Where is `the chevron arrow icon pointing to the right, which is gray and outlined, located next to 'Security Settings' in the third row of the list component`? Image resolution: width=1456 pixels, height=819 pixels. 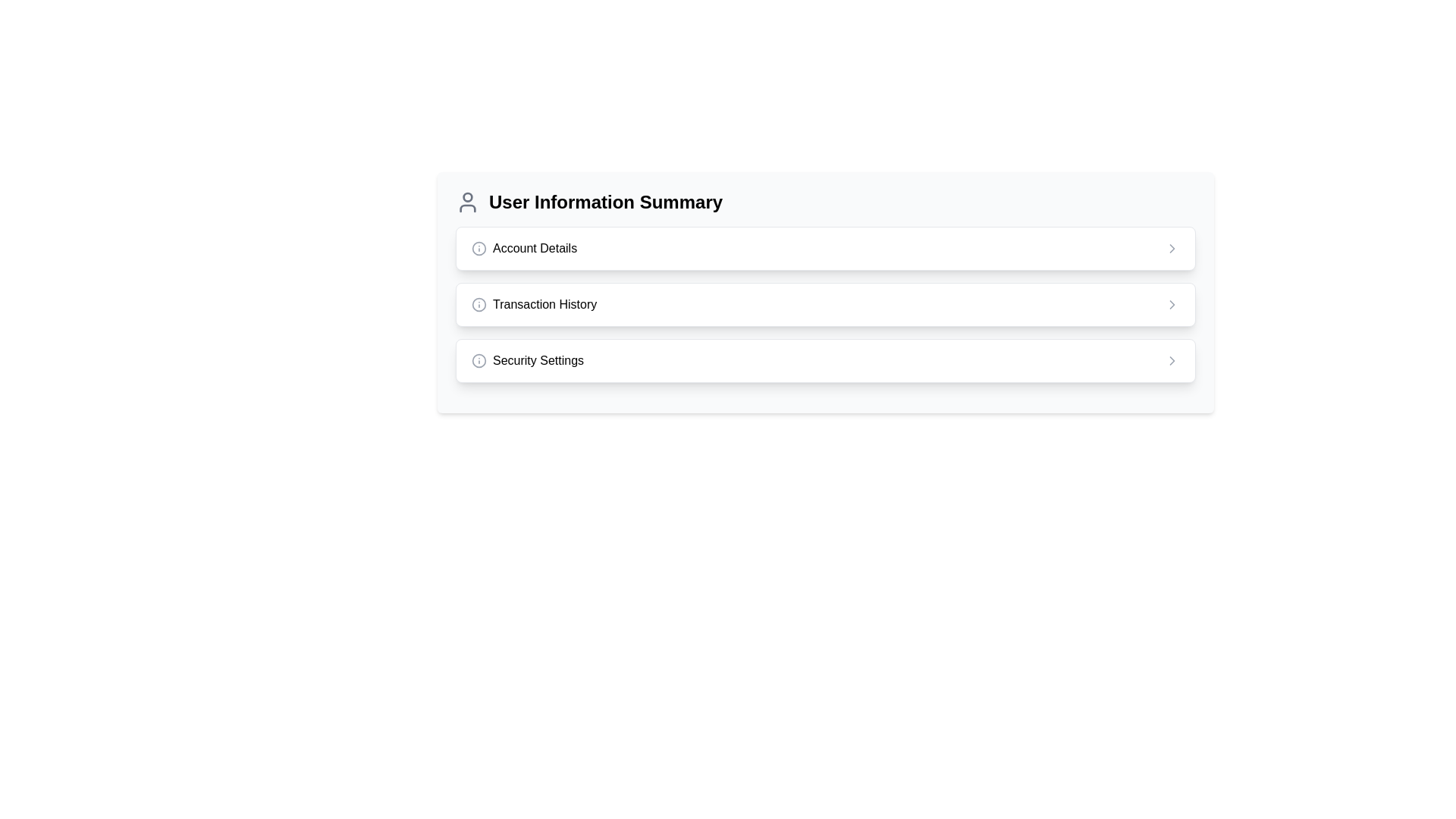
the chevron arrow icon pointing to the right, which is gray and outlined, located next to 'Security Settings' in the third row of the list component is located at coordinates (1171, 360).